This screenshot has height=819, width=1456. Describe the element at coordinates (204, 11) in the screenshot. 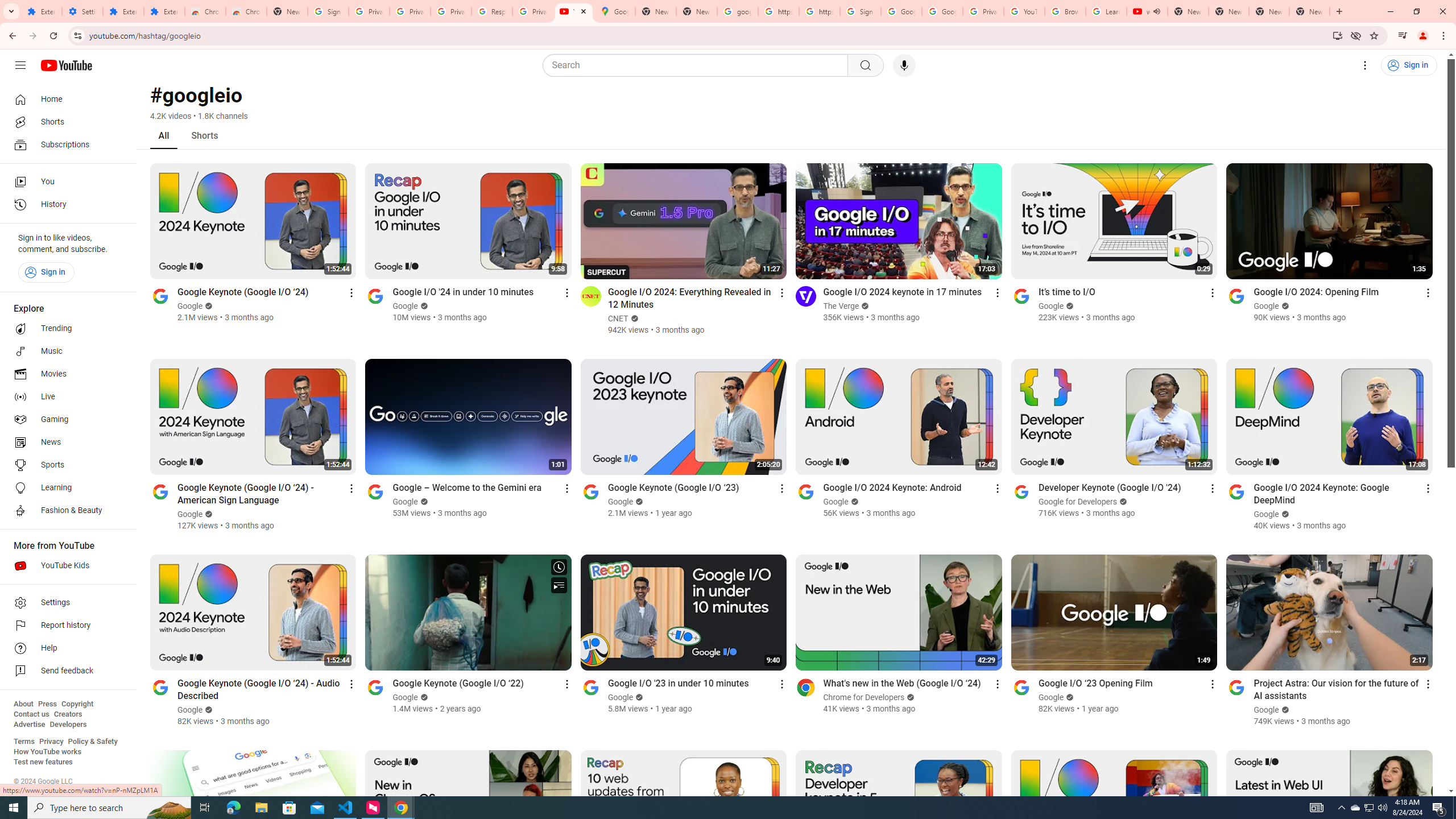

I see `'Chrome Web Store'` at that location.